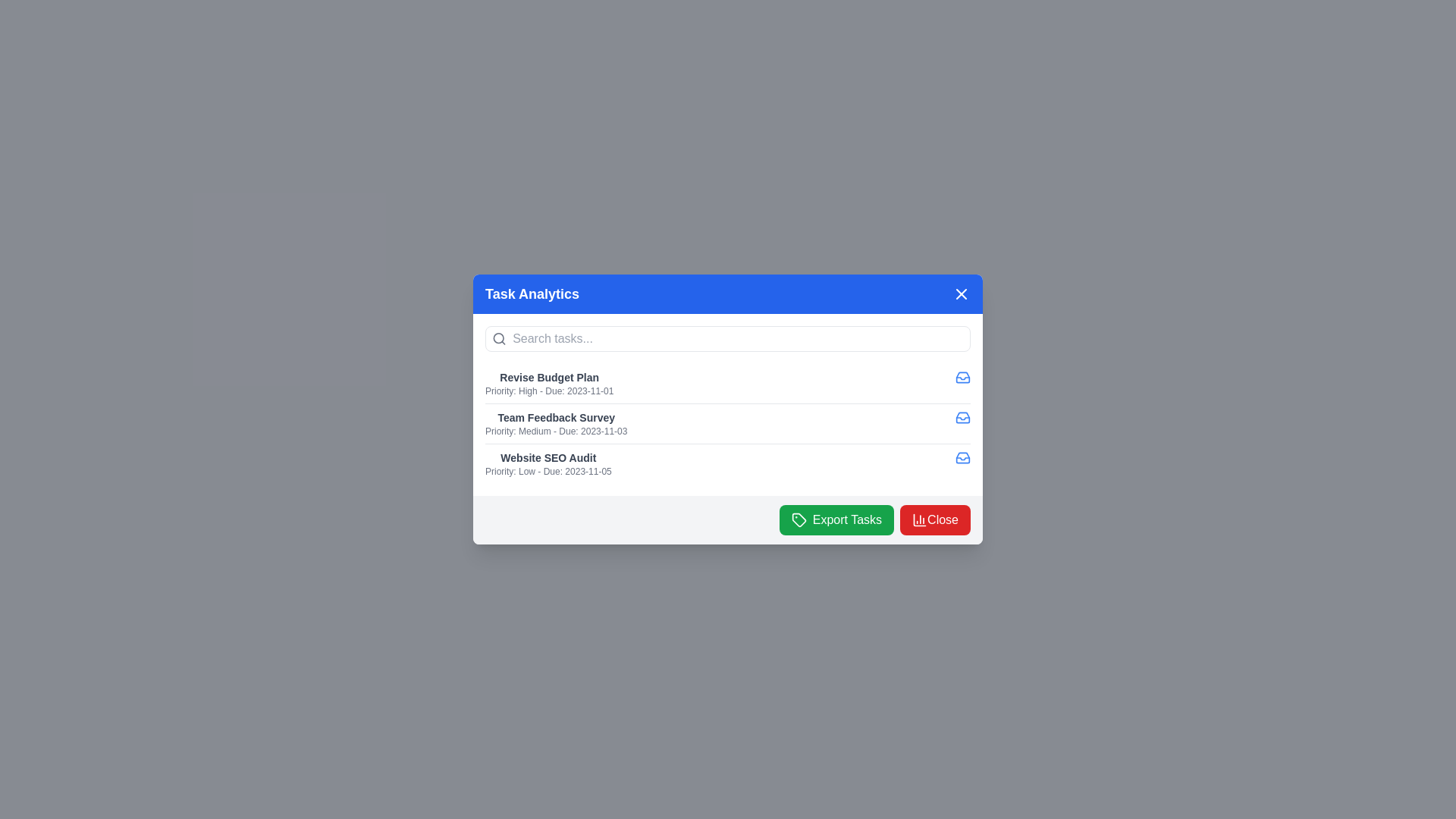 Image resolution: width=1456 pixels, height=819 pixels. What do you see at coordinates (962, 418) in the screenshot?
I see `the blue inbox icon located in the second row of the task management interface, to the right of 'Team Feedback Survey'` at bounding box center [962, 418].